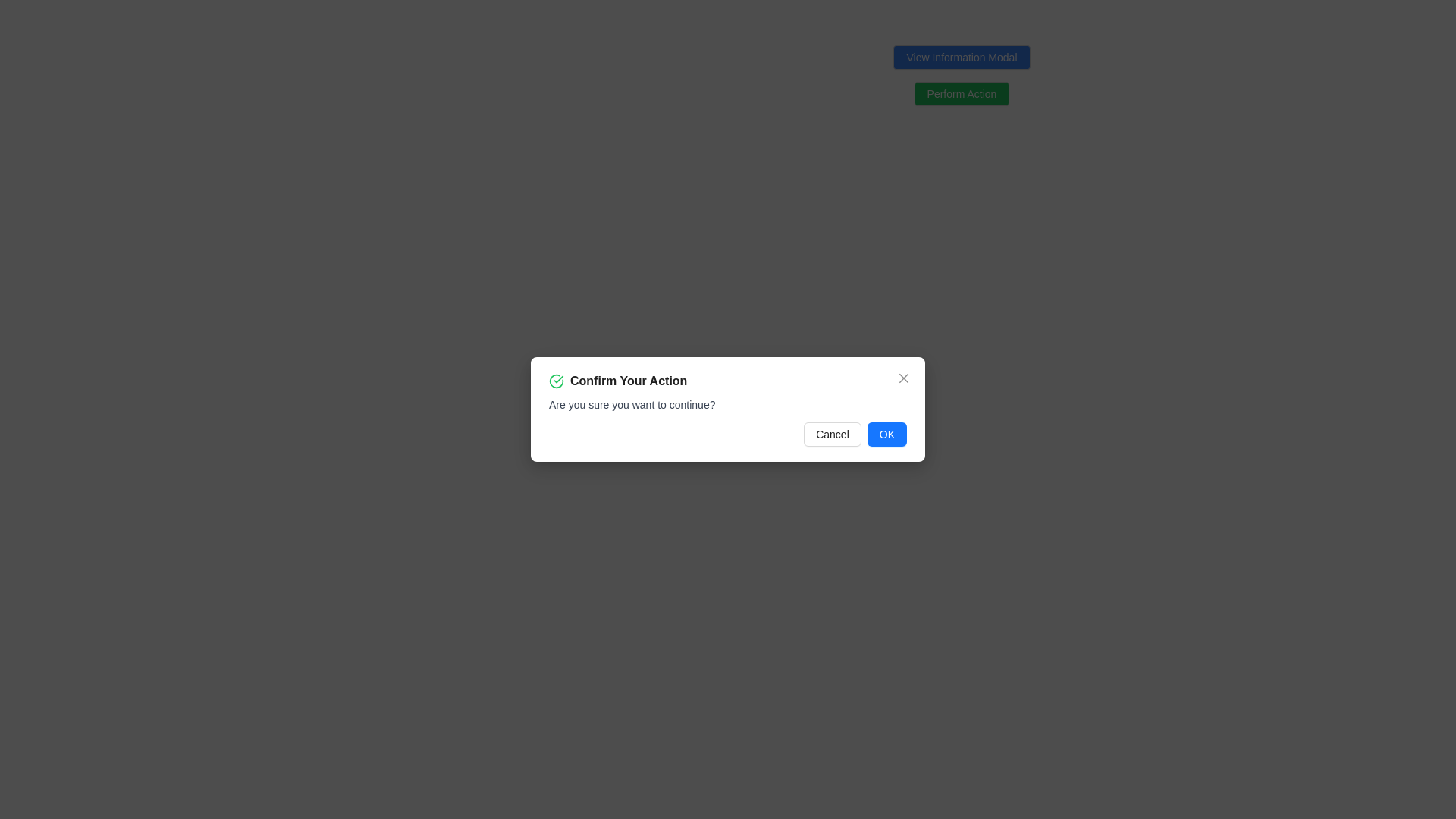 The width and height of the screenshot is (1456, 819). I want to click on the button located in the top-right quarter of the interface, which triggers the display of a modal window providing detailed information, so click(960, 57).